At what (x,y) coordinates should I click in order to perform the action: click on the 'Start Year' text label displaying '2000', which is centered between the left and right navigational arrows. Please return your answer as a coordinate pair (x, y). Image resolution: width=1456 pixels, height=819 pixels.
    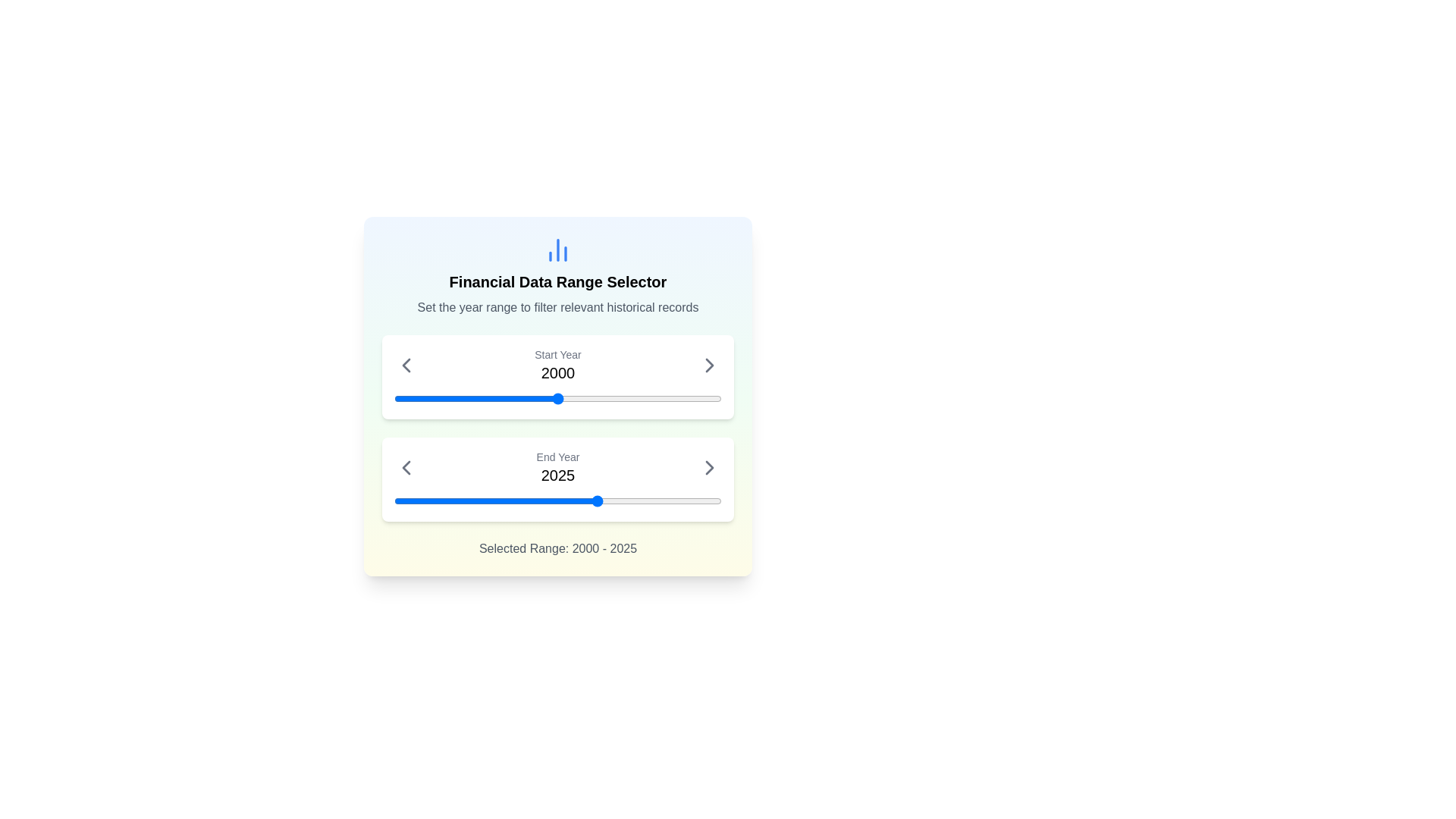
    Looking at the image, I should click on (557, 366).